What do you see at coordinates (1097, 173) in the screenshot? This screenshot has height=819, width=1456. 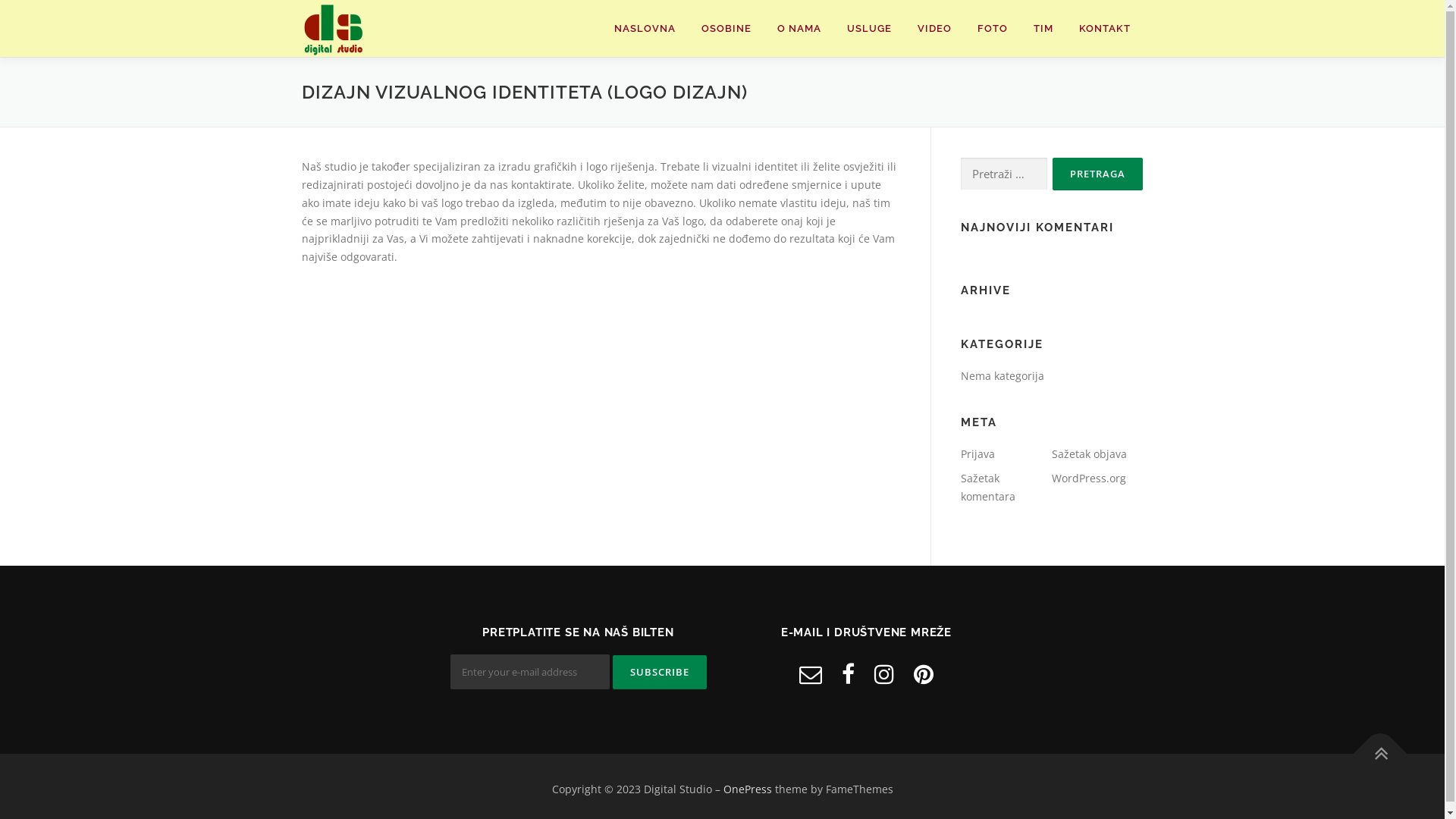 I see `'Pretraga'` at bounding box center [1097, 173].